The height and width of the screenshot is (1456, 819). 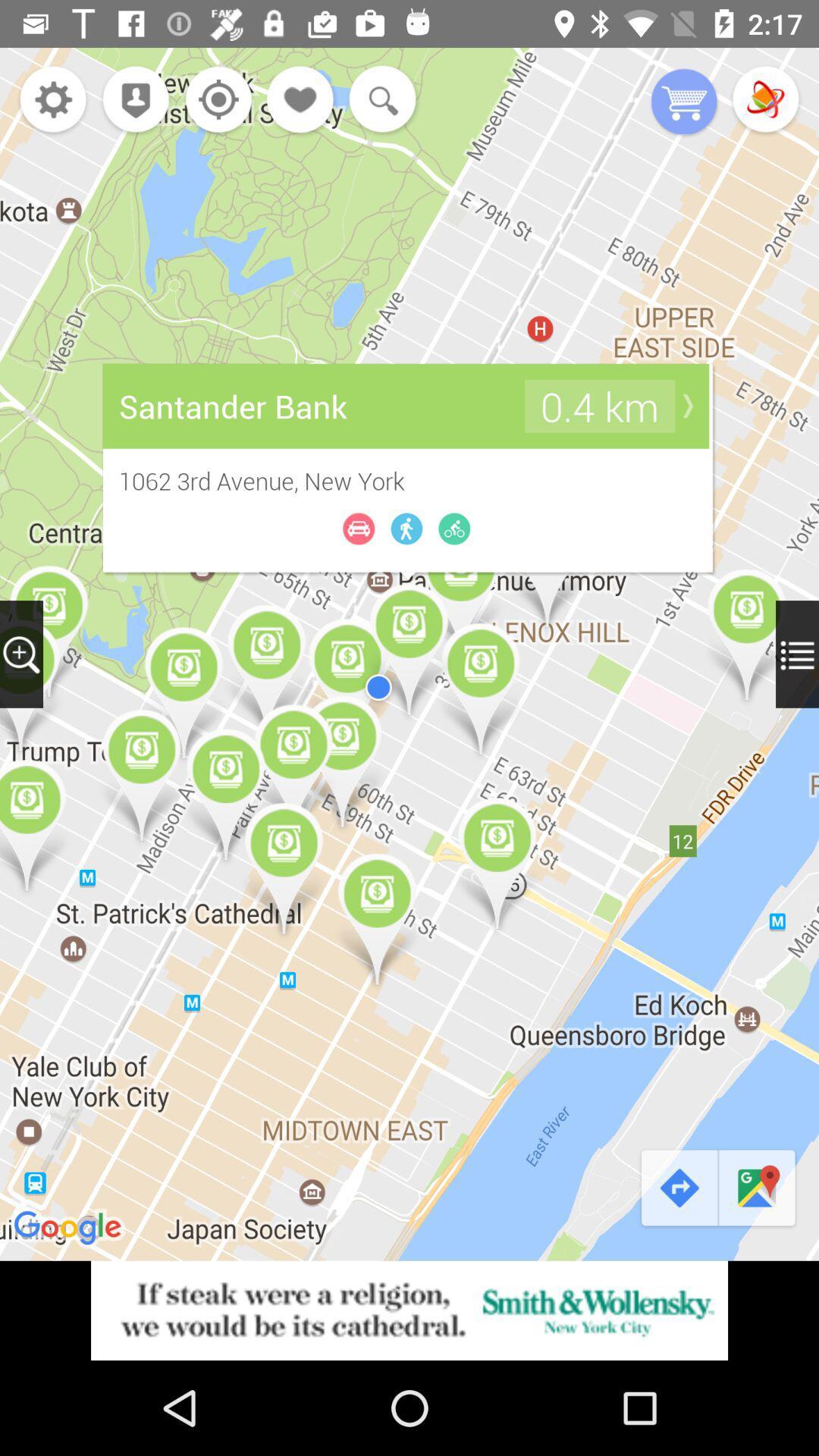 I want to click on zoom button, so click(x=21, y=654).